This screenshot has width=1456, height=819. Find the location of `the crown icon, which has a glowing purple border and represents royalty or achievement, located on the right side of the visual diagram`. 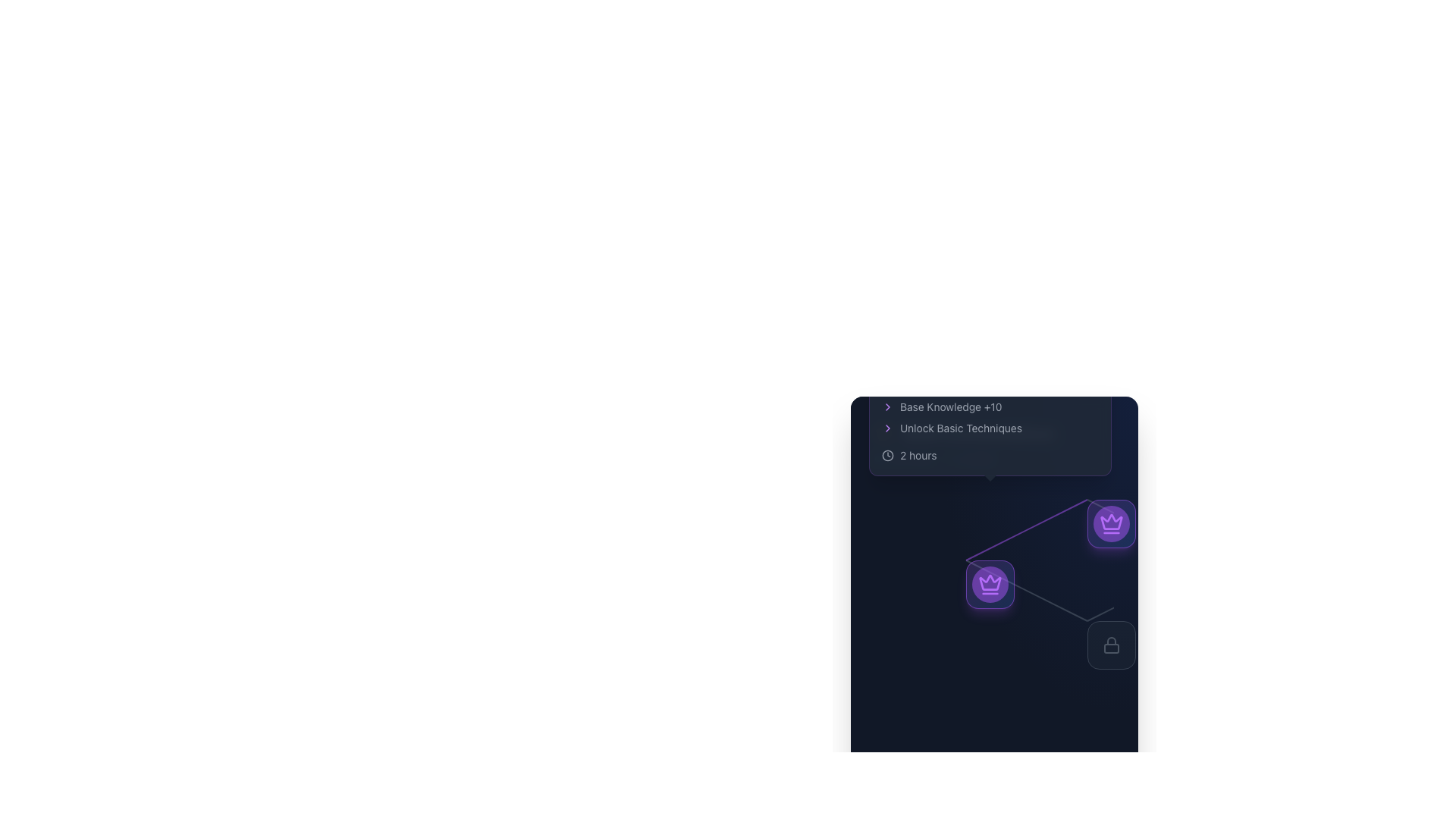

the crown icon, which has a glowing purple border and represents royalty or achievement, located on the right side of the visual diagram is located at coordinates (1111, 521).